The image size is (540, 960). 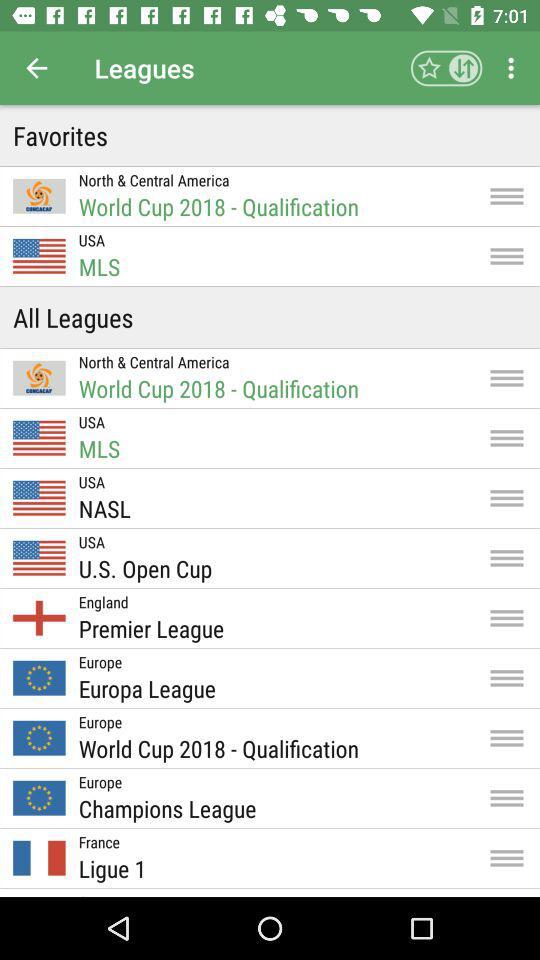 I want to click on the menu which is to the right of the world cup 2018  qualification in favorites, so click(x=507, y=196).